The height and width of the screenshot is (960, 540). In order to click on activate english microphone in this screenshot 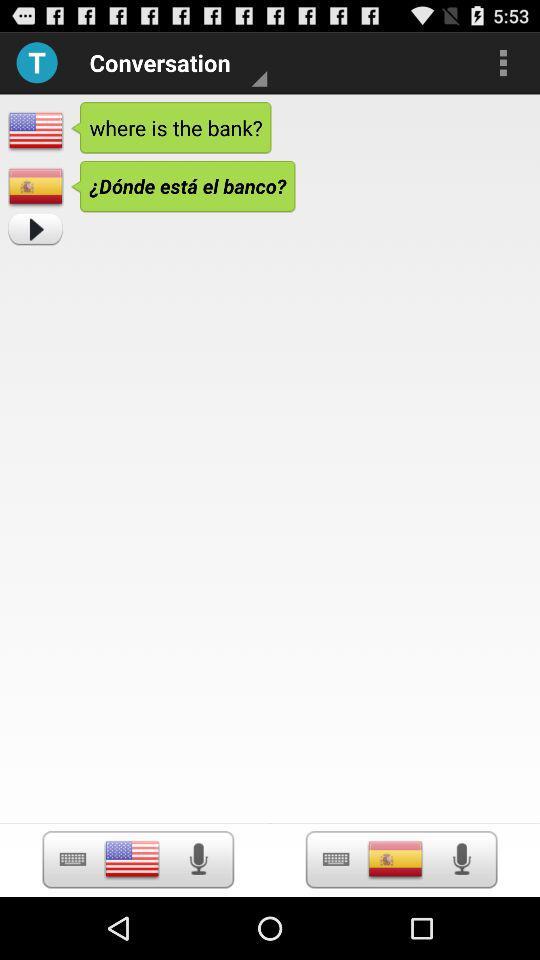, I will do `click(198, 858)`.